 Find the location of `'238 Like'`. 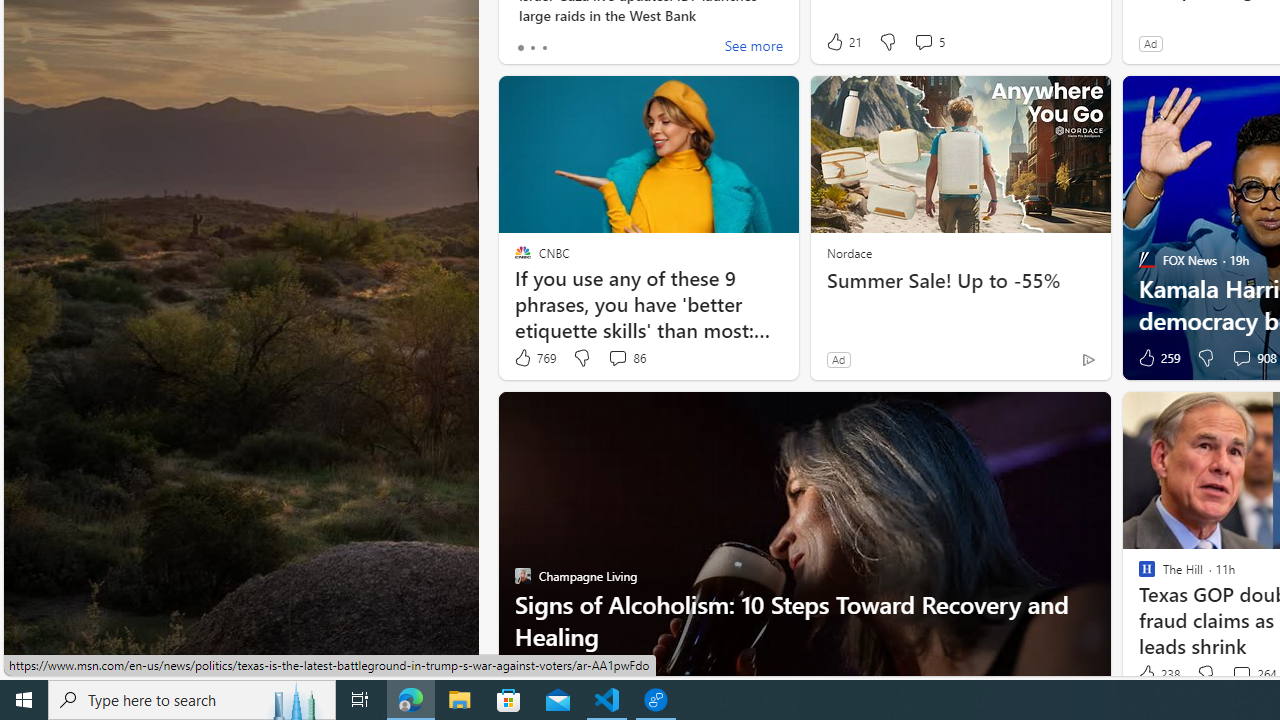

'238 Like' is located at coordinates (1157, 674).